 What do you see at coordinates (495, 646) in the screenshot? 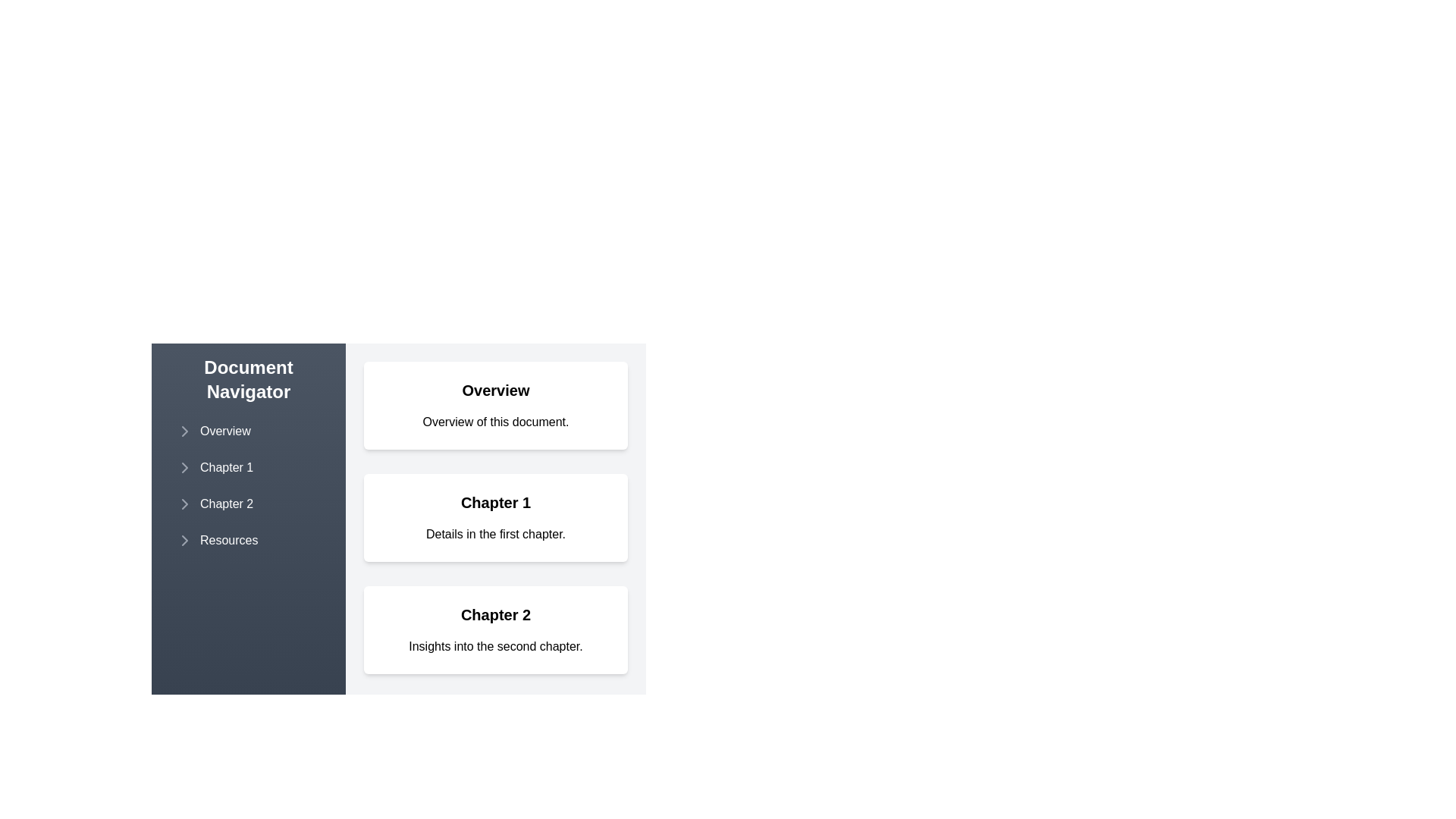
I see `the text label that reads 'Insights into the second chapter.' located within the card labeled 'Chapter 2.'` at bounding box center [495, 646].